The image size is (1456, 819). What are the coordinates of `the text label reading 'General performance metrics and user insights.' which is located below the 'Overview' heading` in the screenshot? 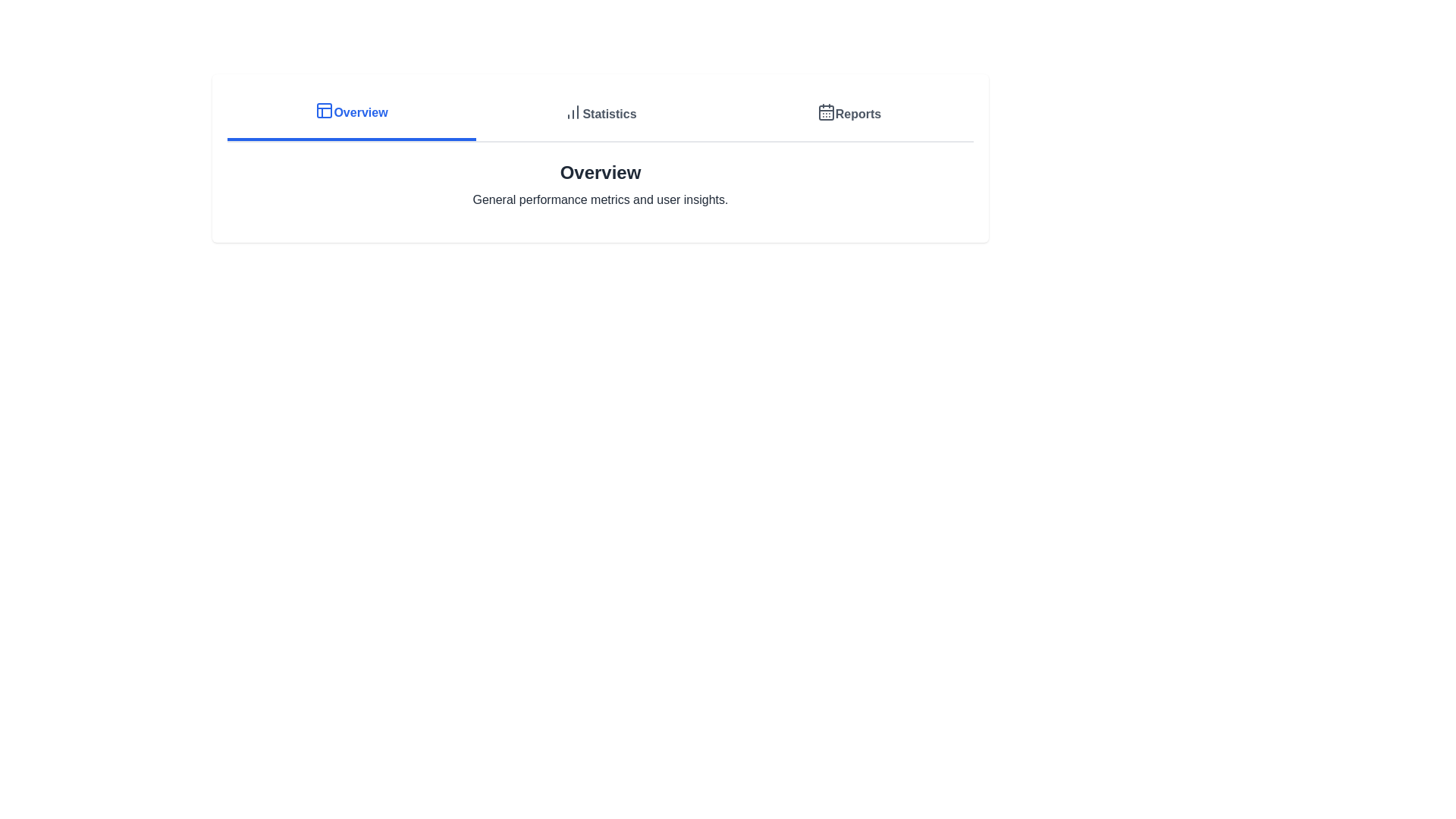 It's located at (600, 199).